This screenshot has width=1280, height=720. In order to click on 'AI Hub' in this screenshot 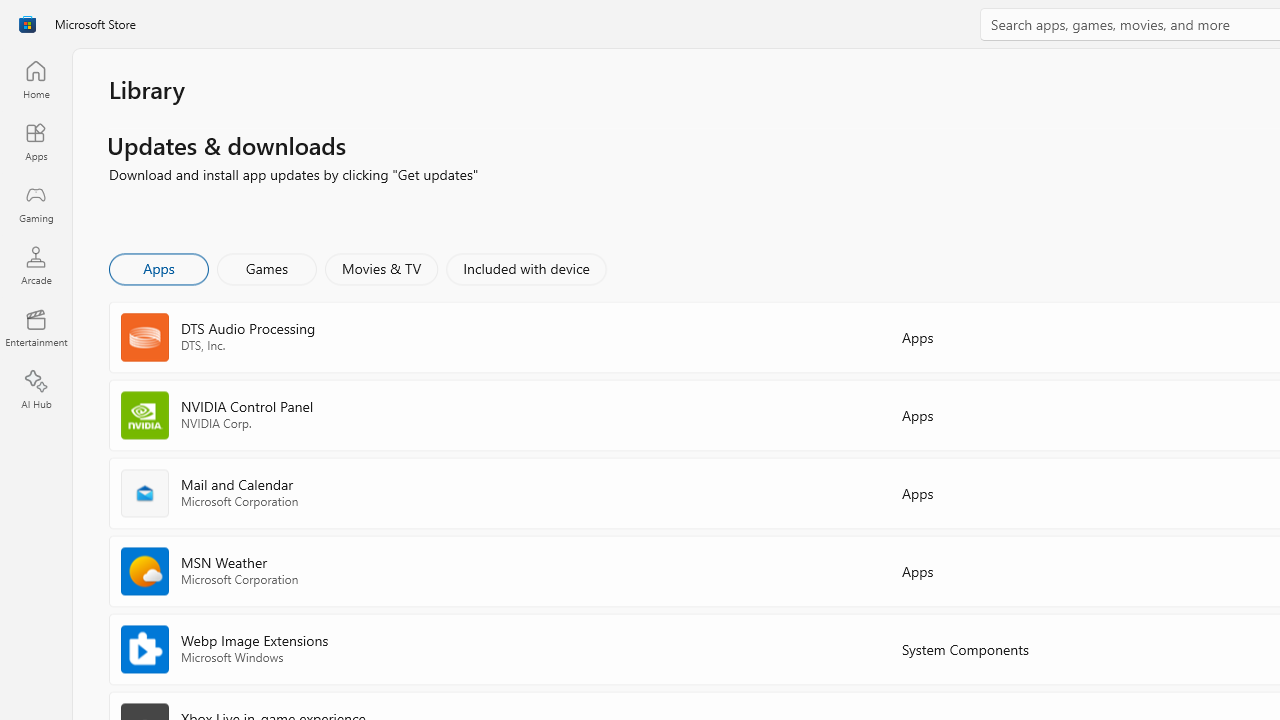, I will do `click(35, 390)`.